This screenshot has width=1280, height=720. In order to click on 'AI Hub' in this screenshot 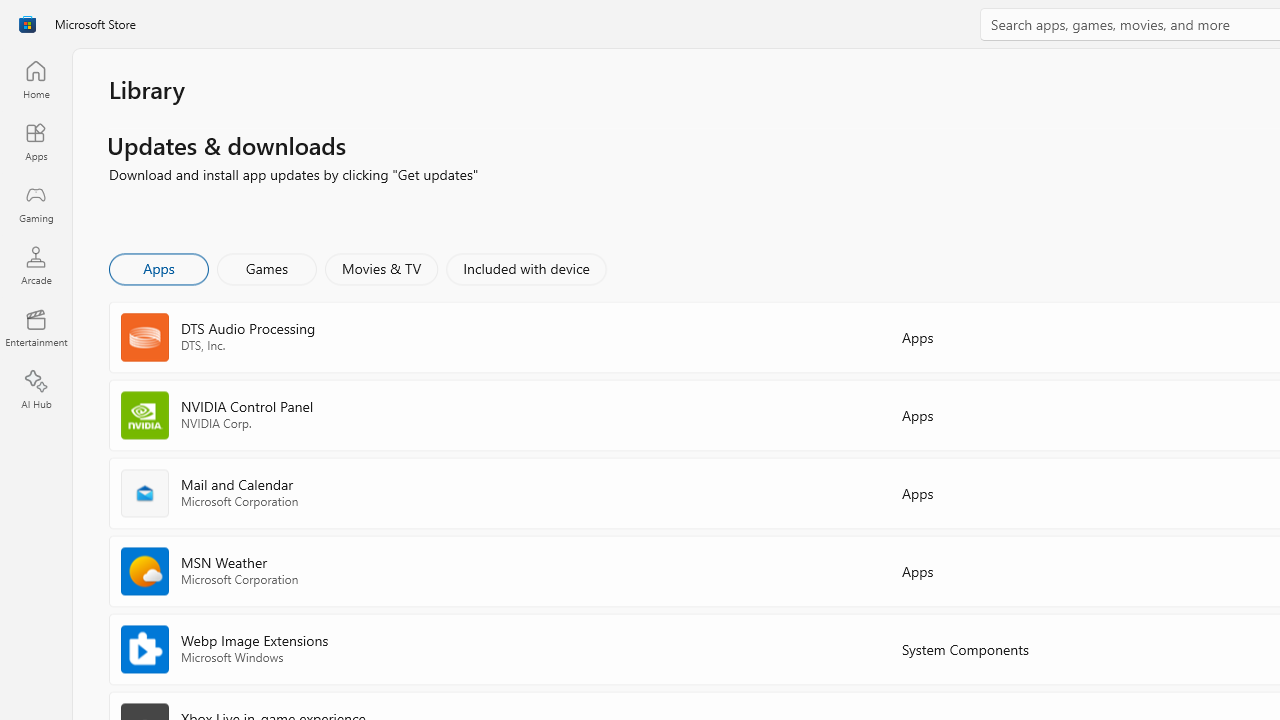, I will do `click(35, 390)`.